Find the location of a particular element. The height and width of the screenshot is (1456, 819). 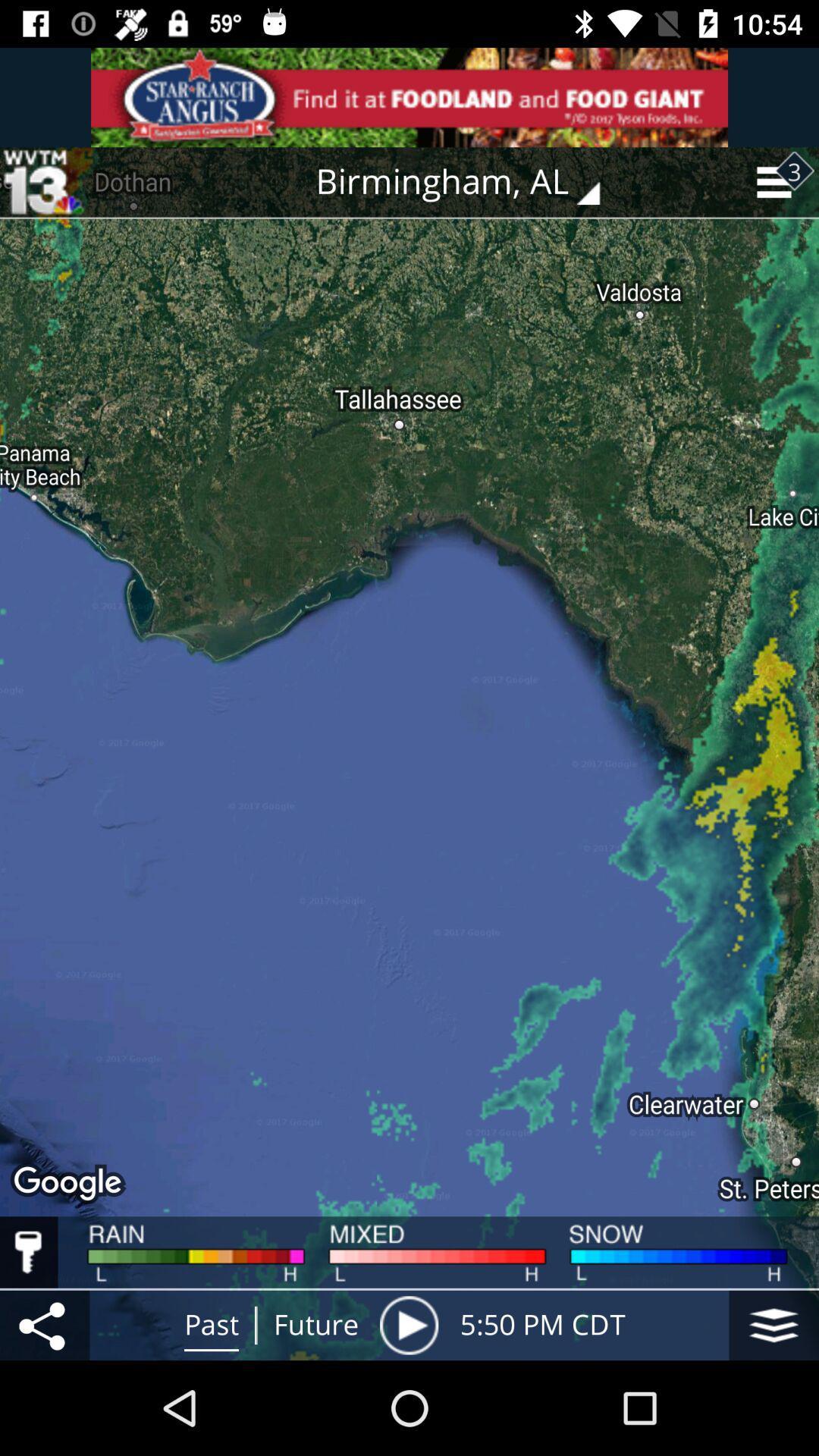

the share icon is located at coordinates (44, 1324).